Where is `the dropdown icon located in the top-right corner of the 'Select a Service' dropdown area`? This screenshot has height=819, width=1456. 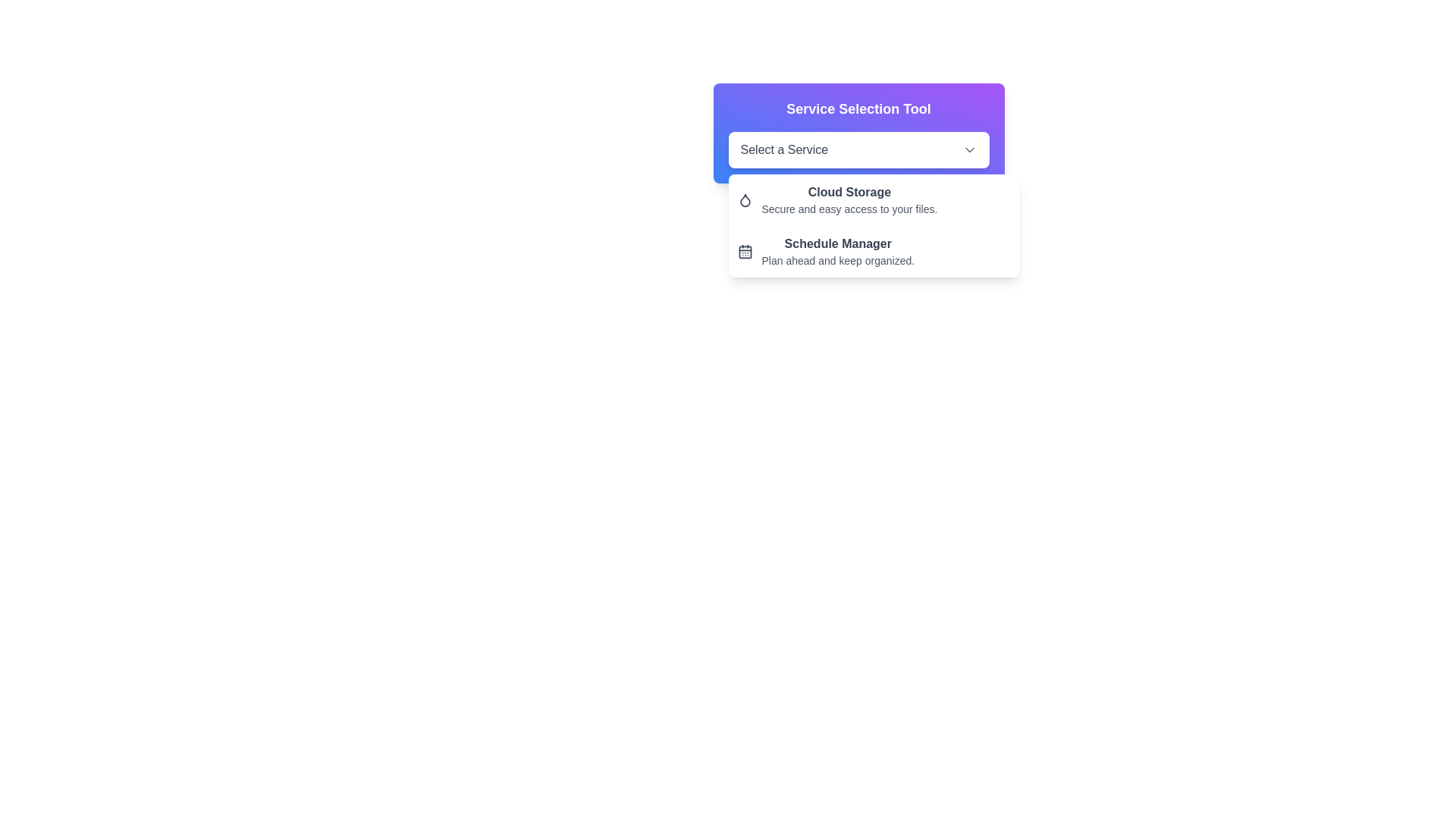 the dropdown icon located in the top-right corner of the 'Select a Service' dropdown area is located at coordinates (968, 149).